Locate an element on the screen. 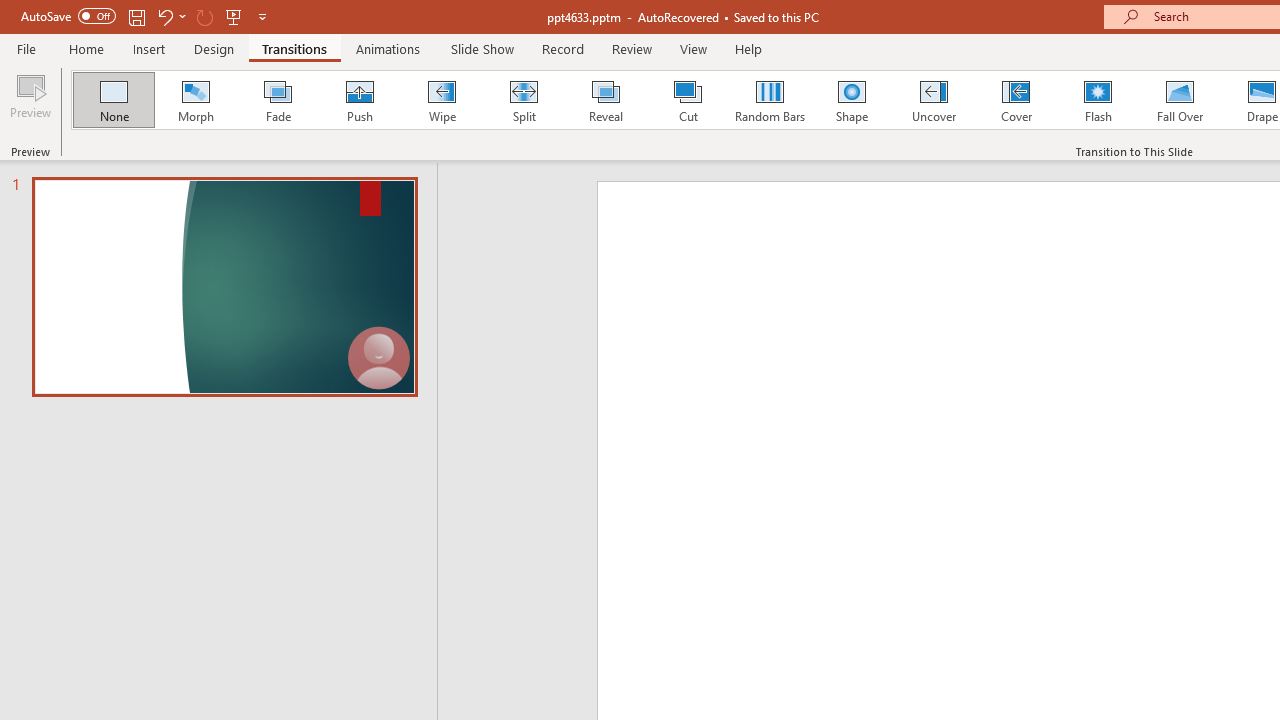  'Push' is located at coordinates (359, 100).